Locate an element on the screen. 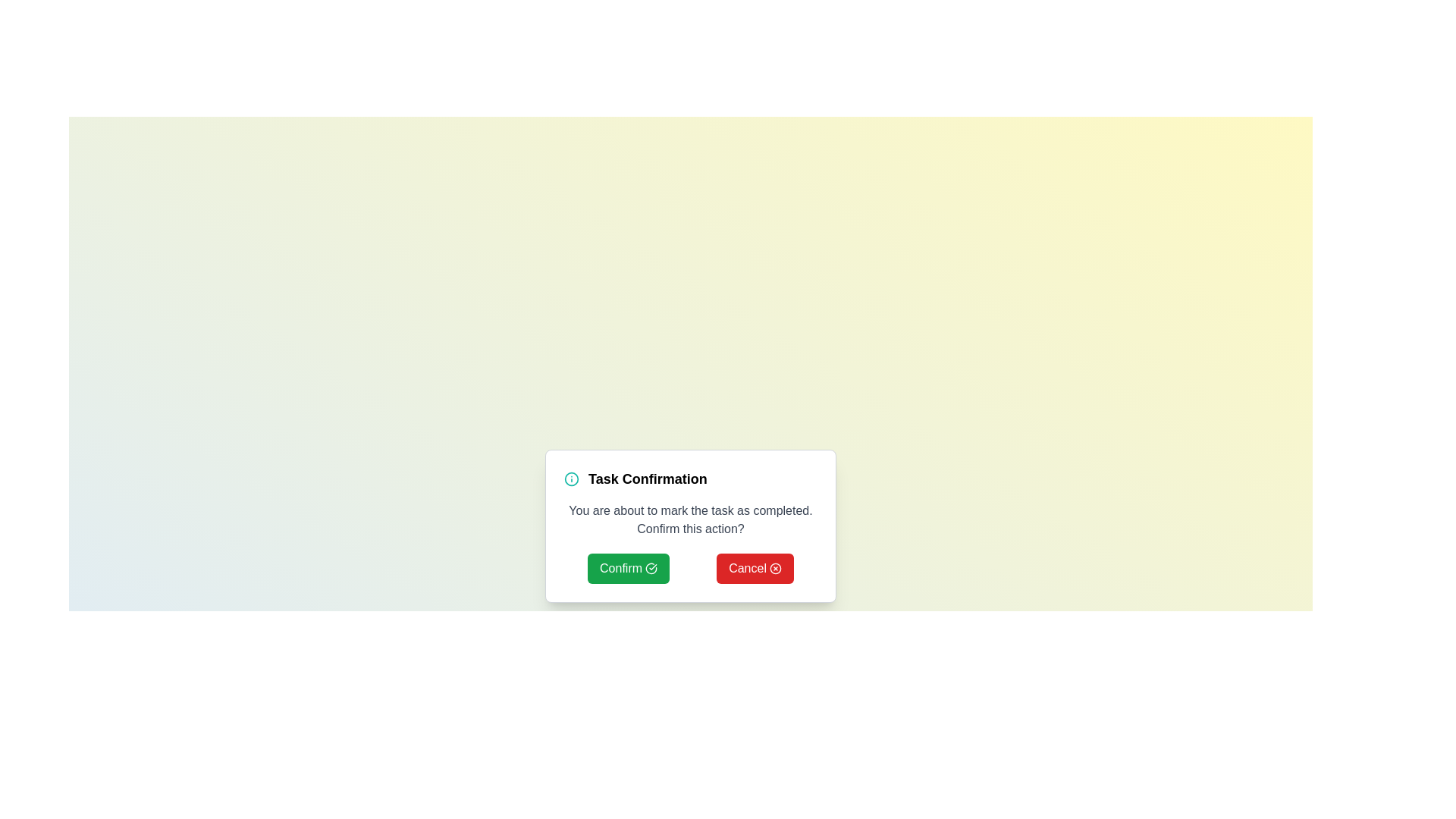  the green 'Confirm' button with white text located at the bottom-left corner of the dialog box to confirm the action is located at coordinates (629, 568).